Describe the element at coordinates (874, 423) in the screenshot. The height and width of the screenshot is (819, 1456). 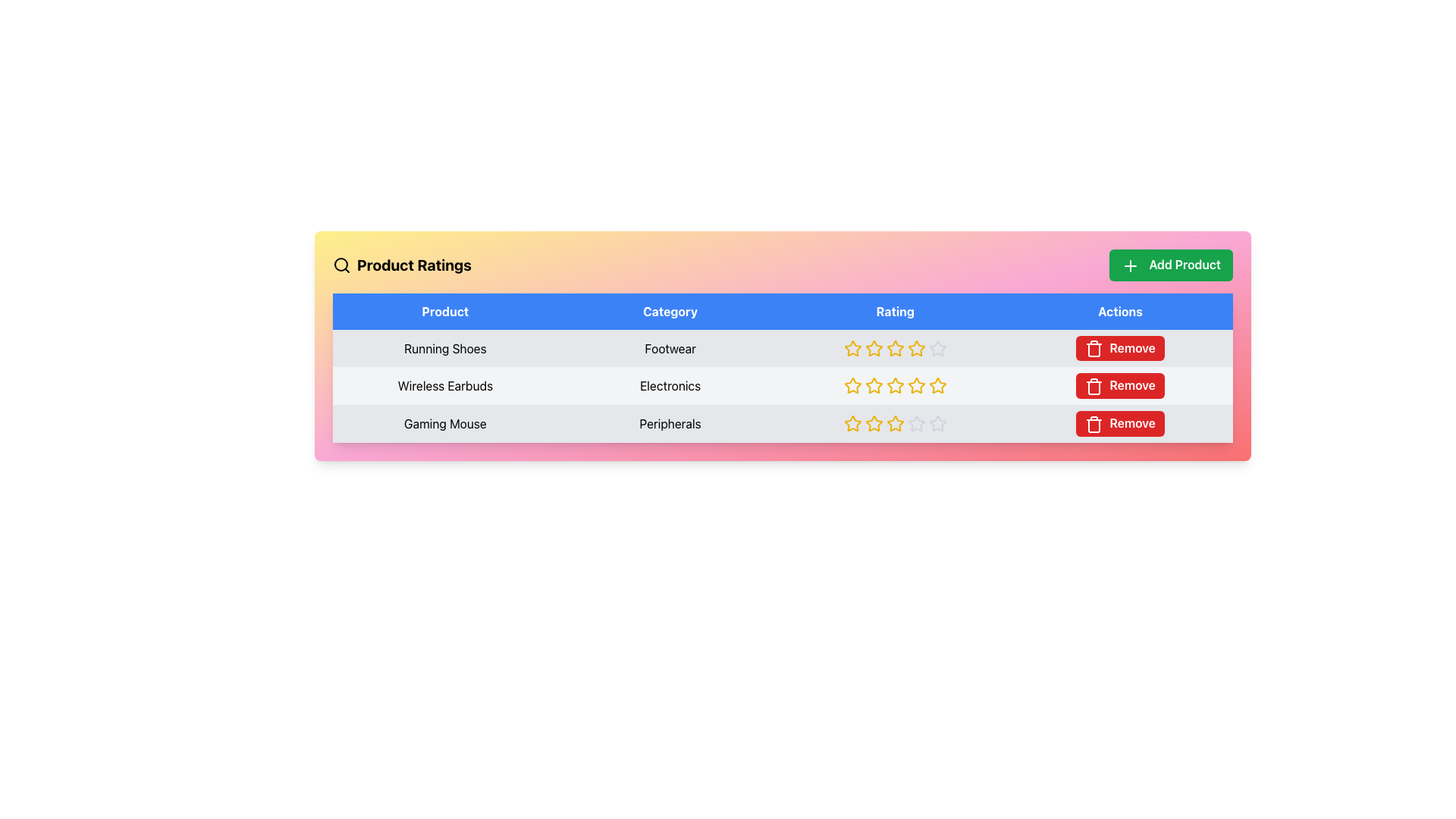
I see `the star-shaped rating icon for the 'Gaming Mouse'` at that location.